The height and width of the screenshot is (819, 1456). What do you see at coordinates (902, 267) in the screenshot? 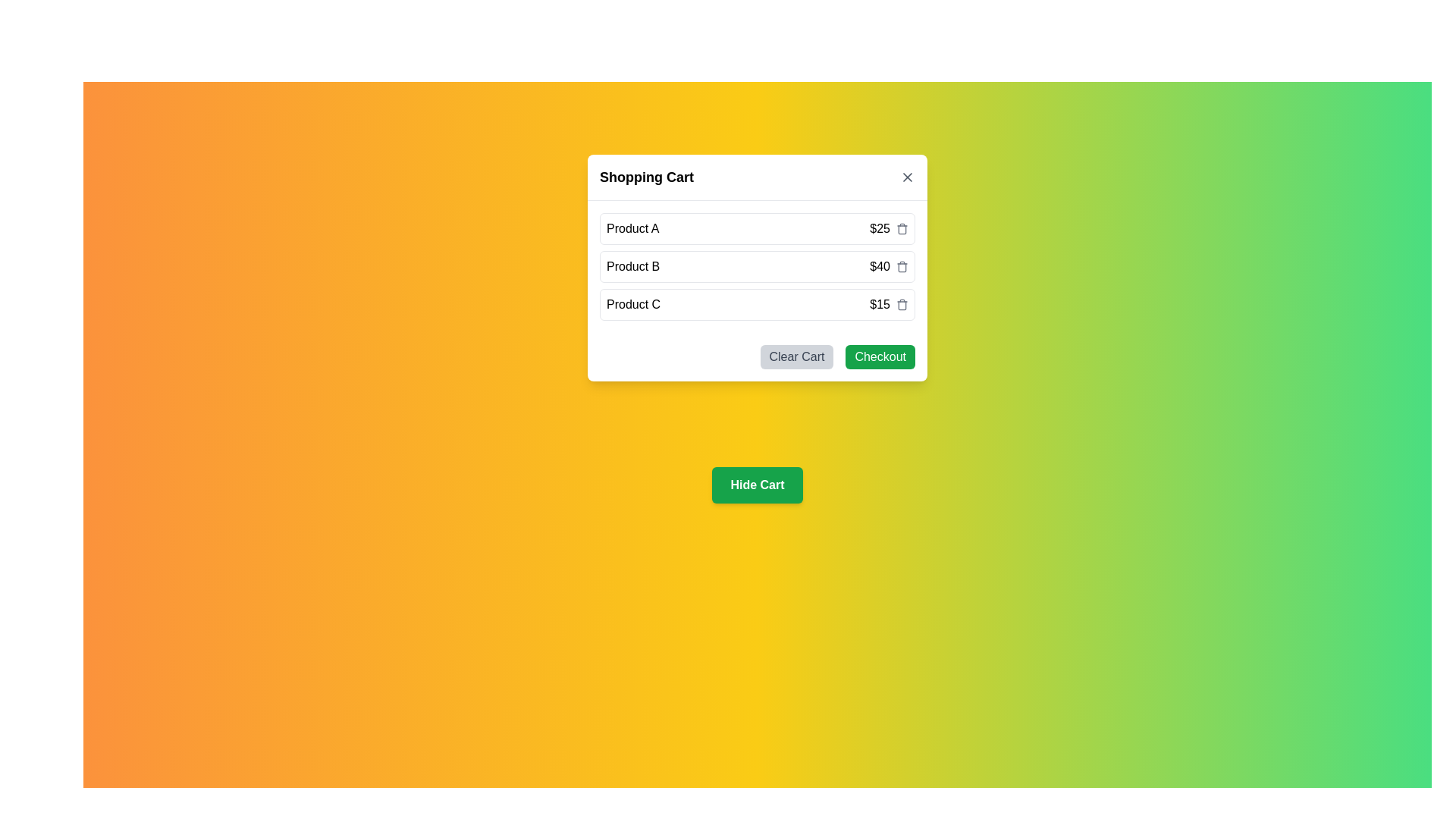
I see `the trash bin icon button located next to the price display for Product B in the shopping cart interface` at bounding box center [902, 267].